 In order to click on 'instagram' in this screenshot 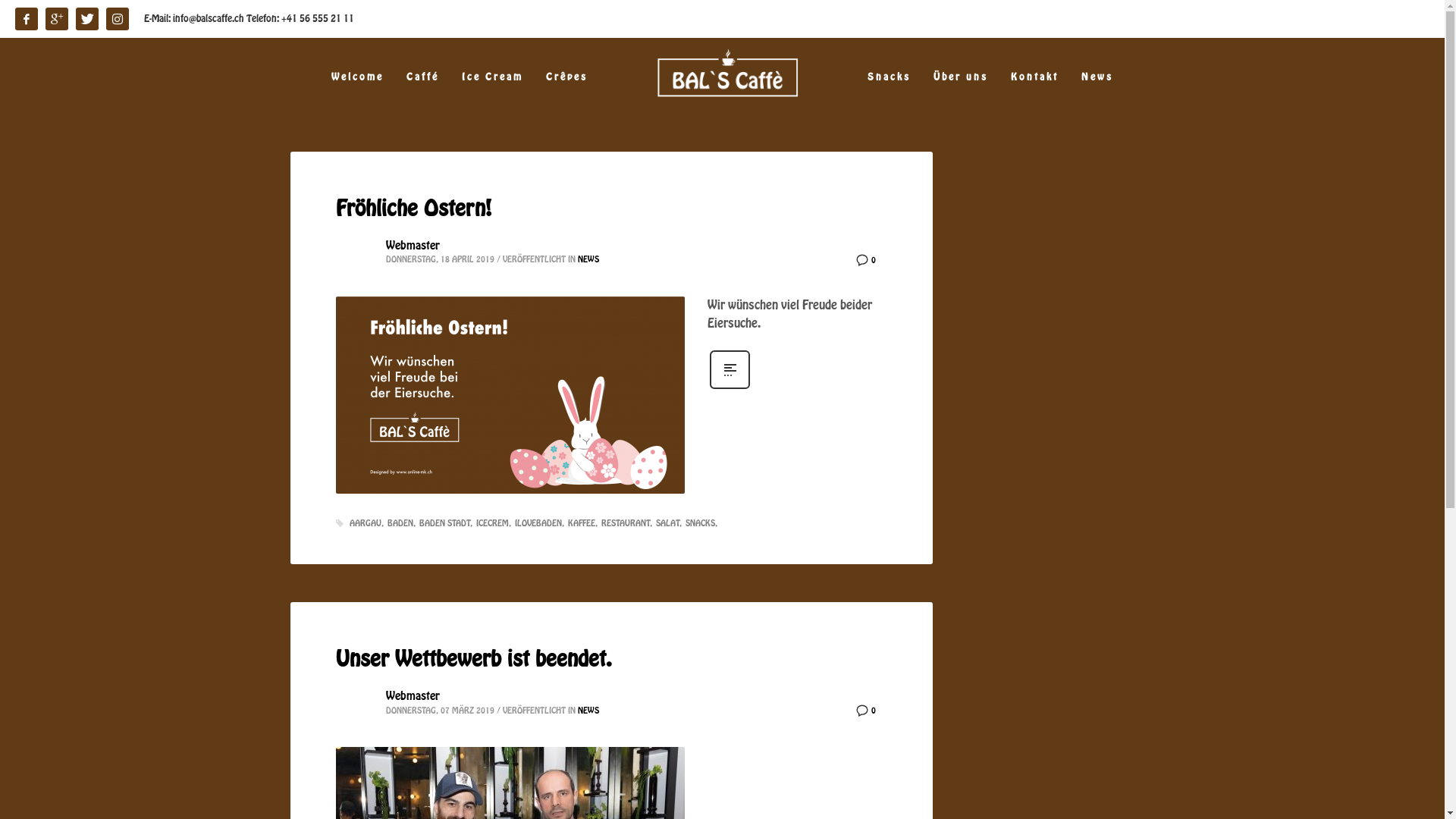, I will do `click(116, 18)`.